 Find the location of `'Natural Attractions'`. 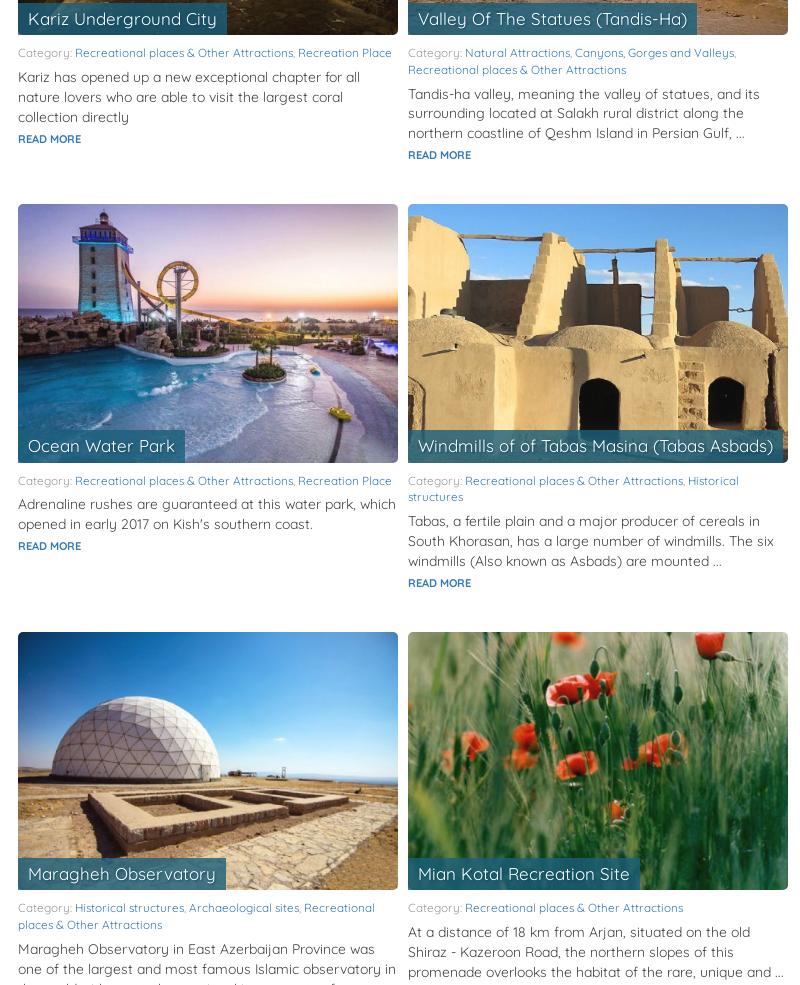

'Natural Attractions' is located at coordinates (516, 51).